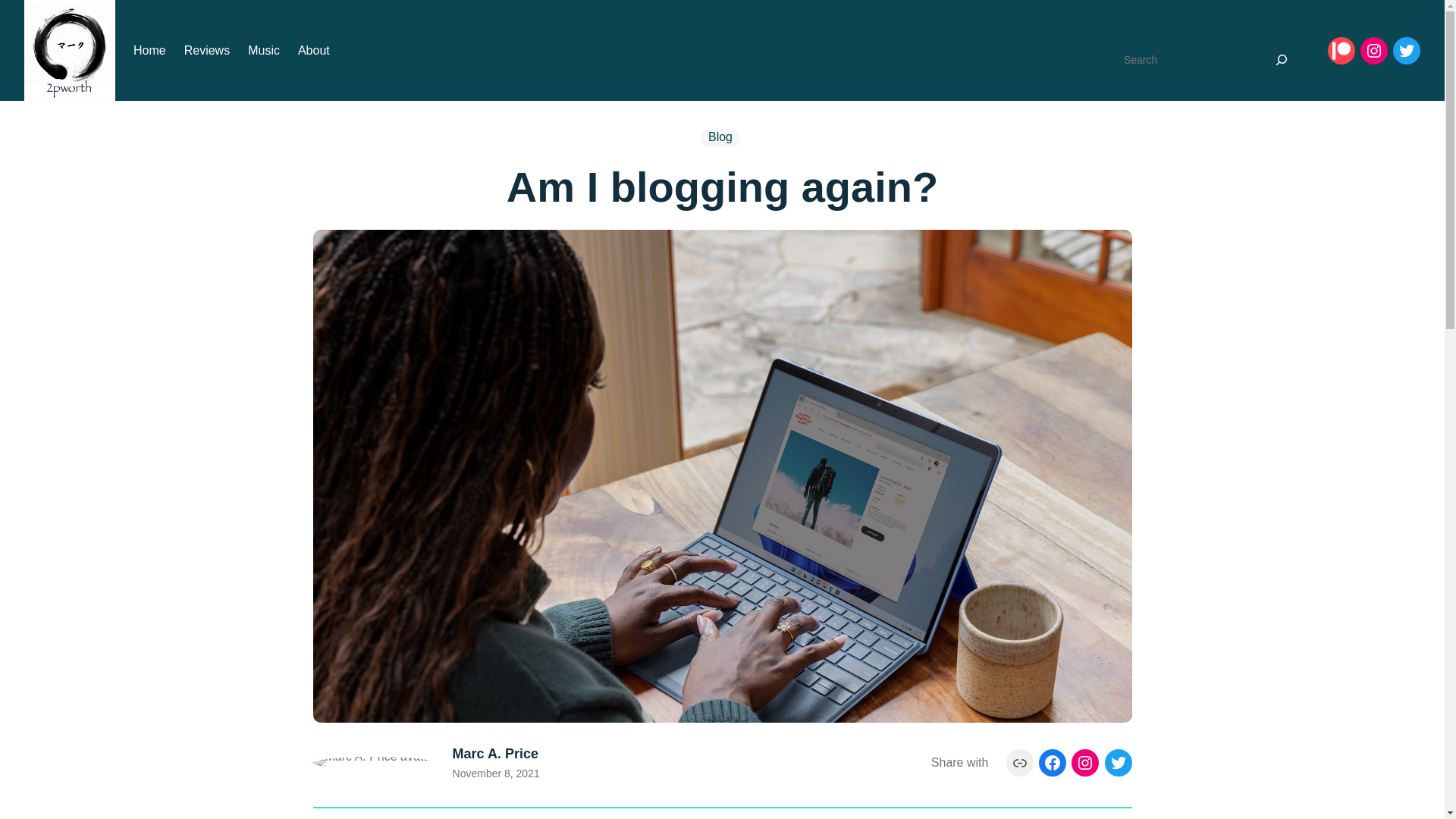 Image resolution: width=1456 pixels, height=819 pixels. Describe the element at coordinates (1373, 49) in the screenshot. I see `'Instagram'` at that location.